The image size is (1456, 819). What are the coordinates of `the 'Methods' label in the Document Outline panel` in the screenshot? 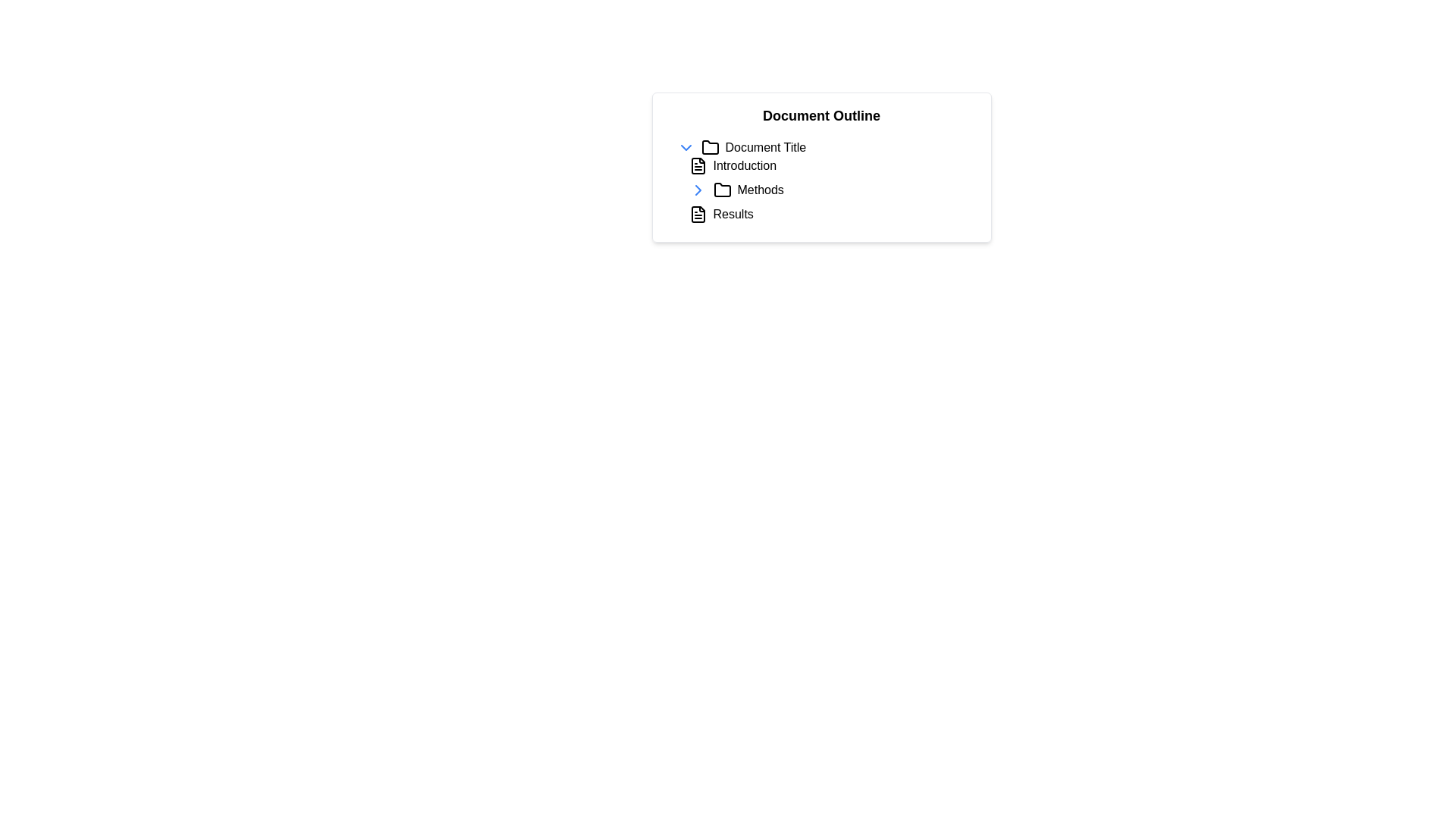 It's located at (761, 189).